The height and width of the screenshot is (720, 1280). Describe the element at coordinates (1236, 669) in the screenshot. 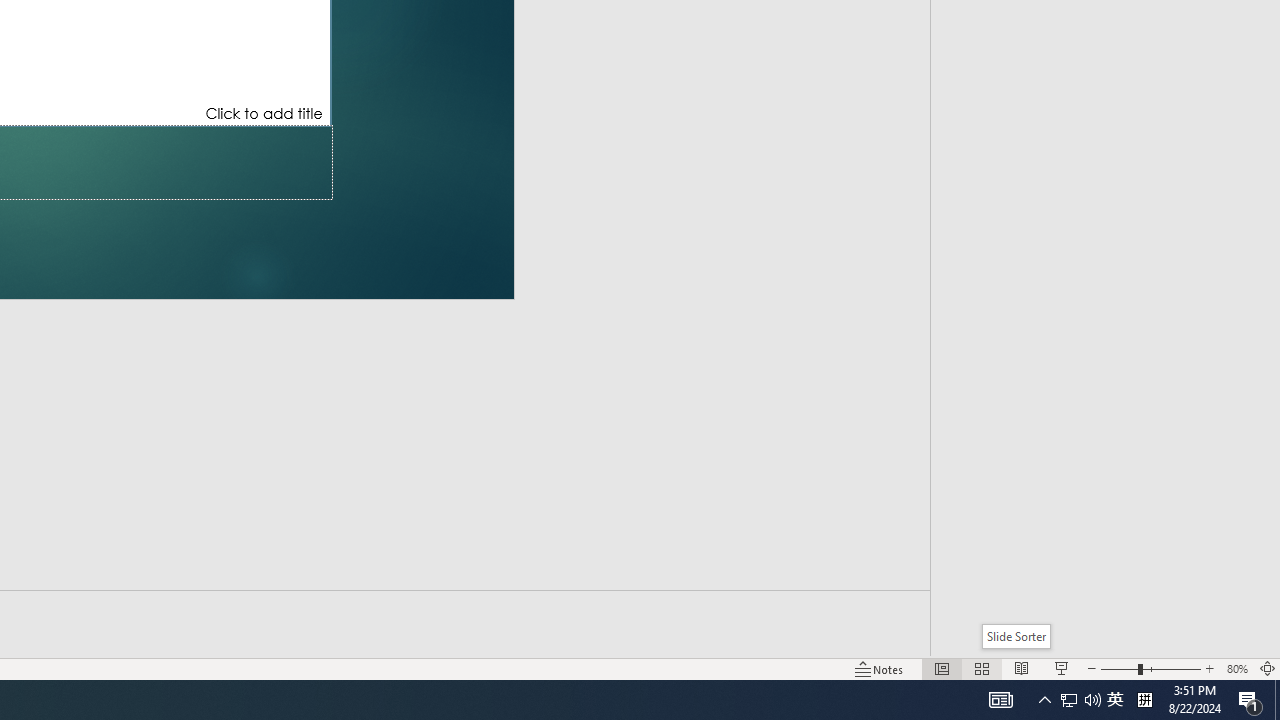

I see `'Zoom 80%'` at that location.